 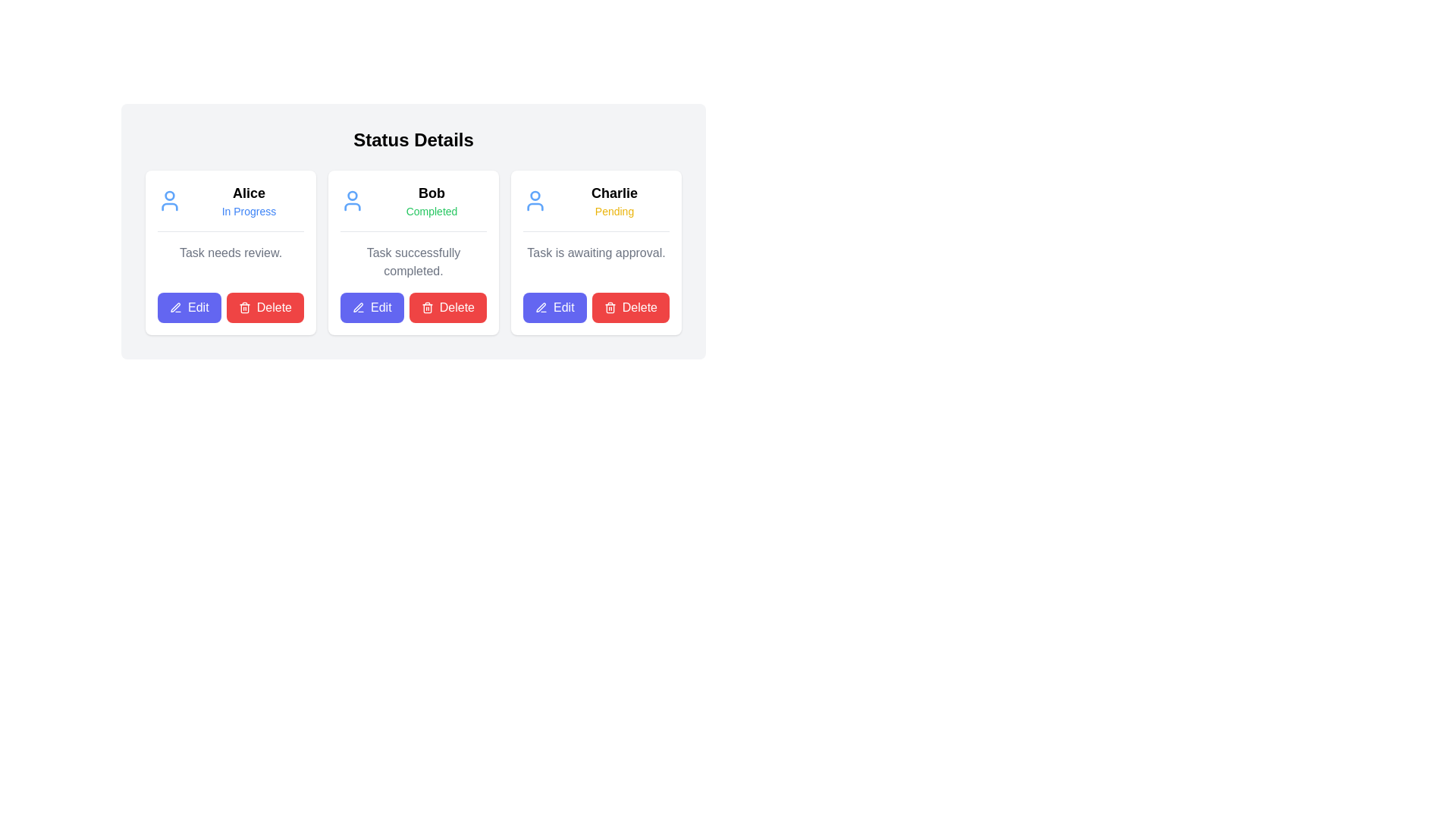 I want to click on the red rounded 'Delete' button with a trashcan icon located at the bottom-right side of the 'Charlie' card, so click(x=630, y=307).